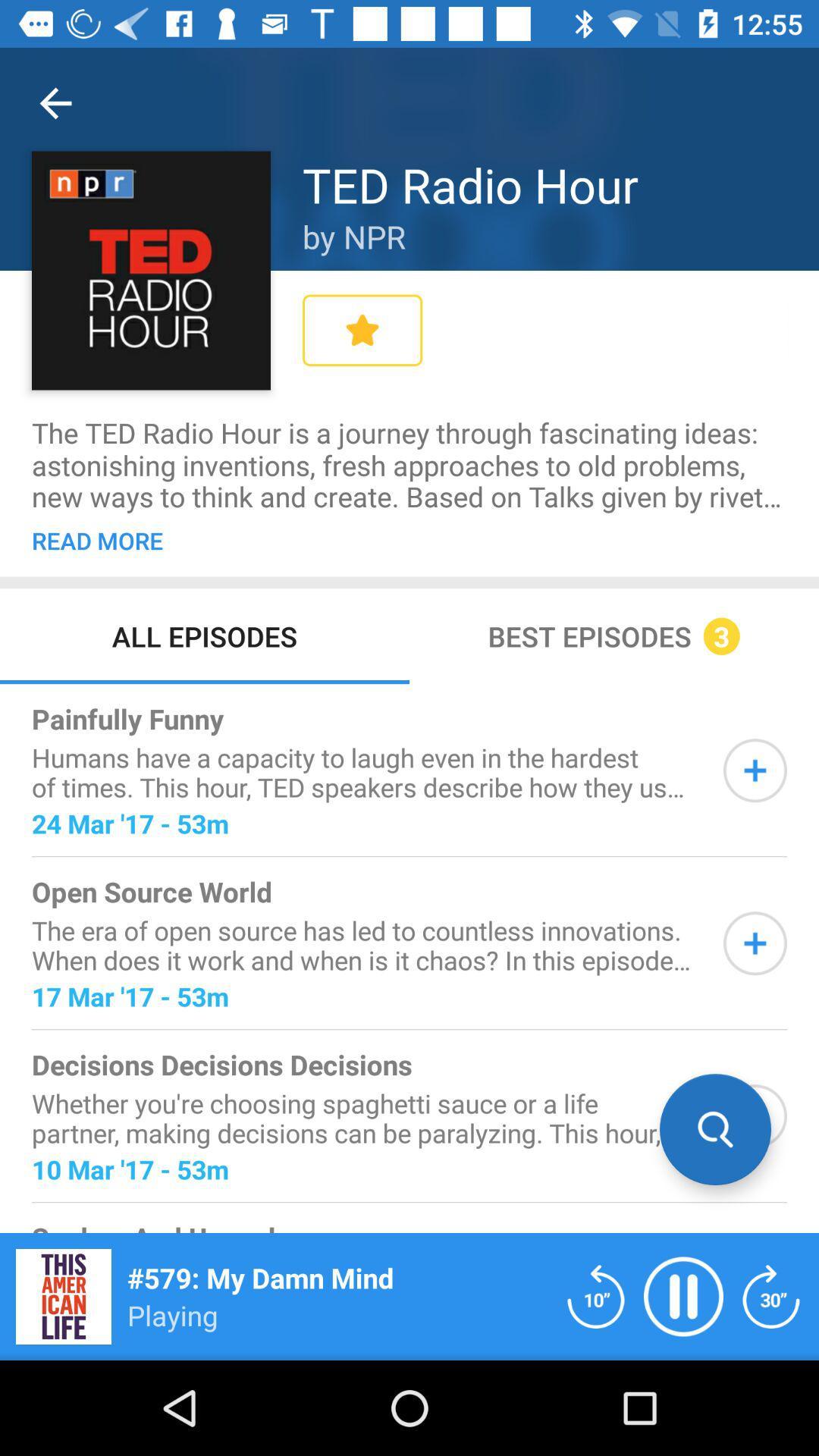 The image size is (819, 1456). I want to click on to que, so click(755, 943).